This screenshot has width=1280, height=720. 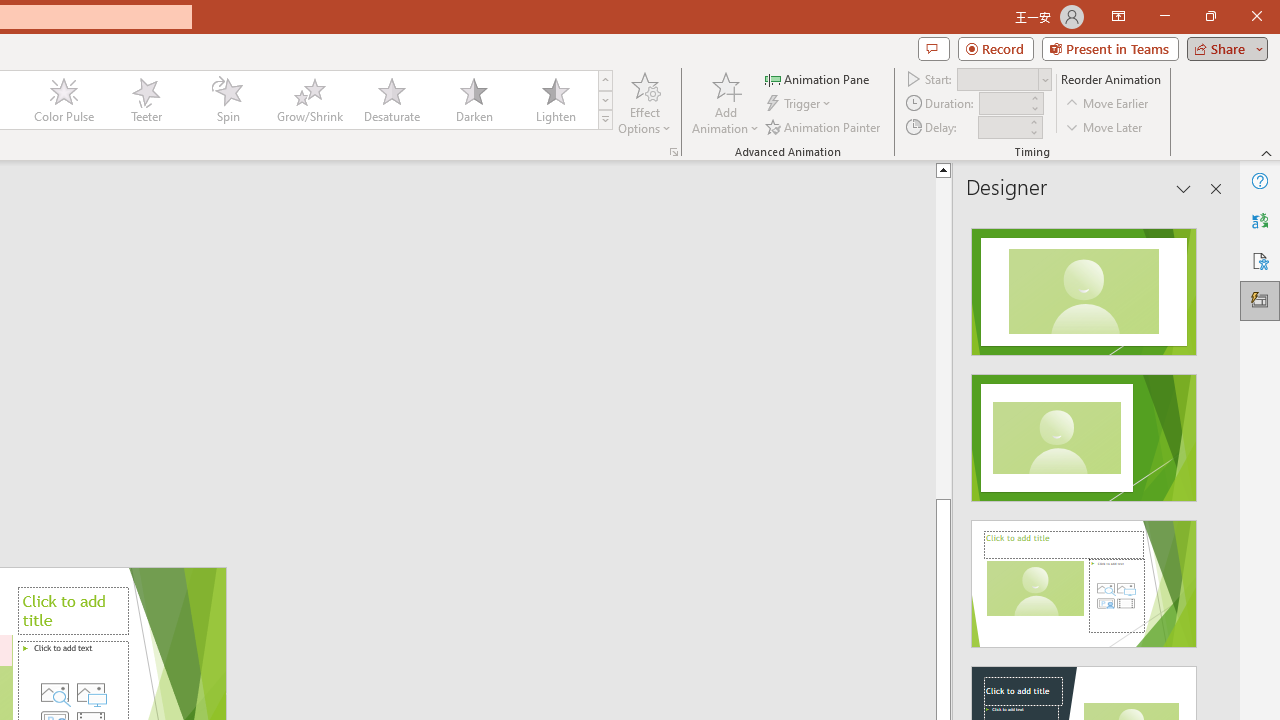 What do you see at coordinates (391, 100) in the screenshot?
I see `'Desaturate'` at bounding box center [391, 100].